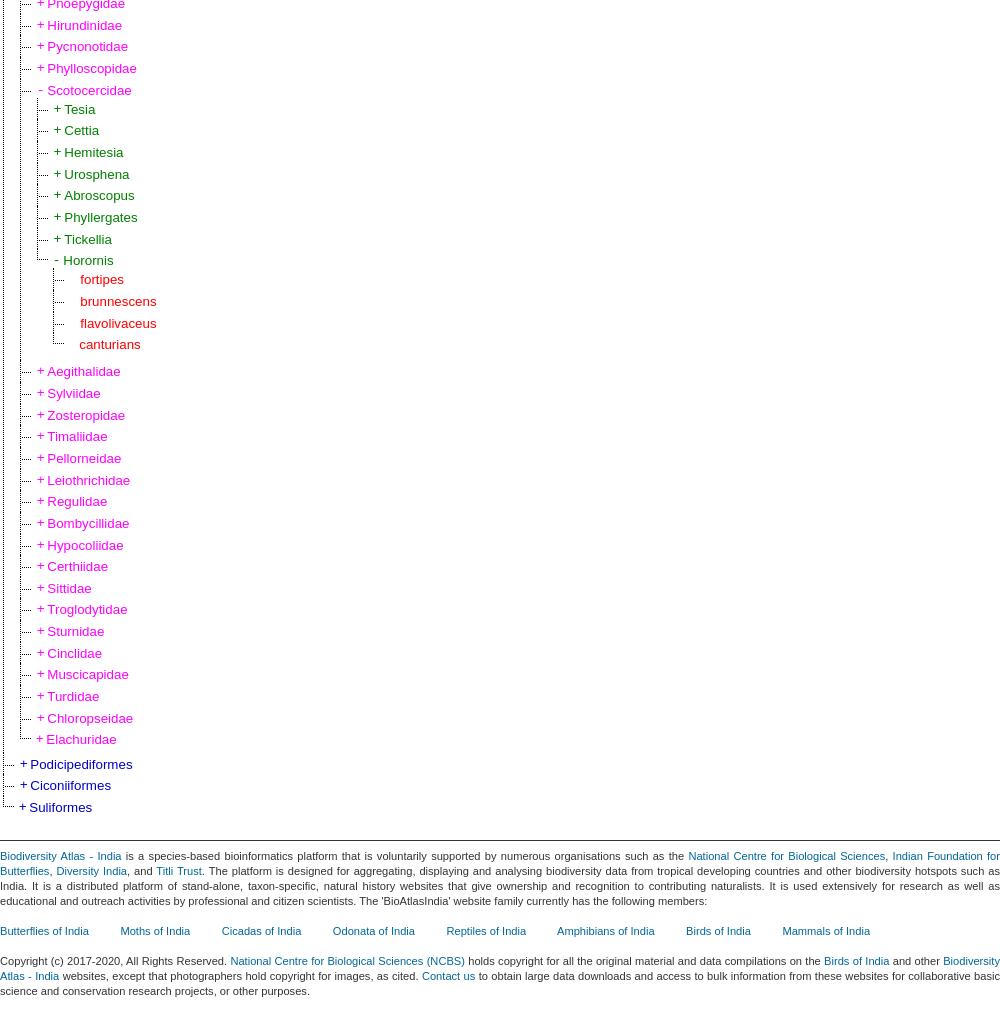 The image size is (1000, 1013). Describe the element at coordinates (0, 884) in the screenshot. I see `'. The platform is designed for aggregating, displaying and analysing biodiversity data from tropical developing countries and other biodiversity hotspots such as India. It is a distributed platform of stand-alone, taxon-specific, natural history websites that give ownership and recognition to contributing naturalists. It is used extensively for research as well as educational and outreach activities by professional and citizen scientists. The 'BioAtlasIndia' website family currently has the following members:'` at that location.